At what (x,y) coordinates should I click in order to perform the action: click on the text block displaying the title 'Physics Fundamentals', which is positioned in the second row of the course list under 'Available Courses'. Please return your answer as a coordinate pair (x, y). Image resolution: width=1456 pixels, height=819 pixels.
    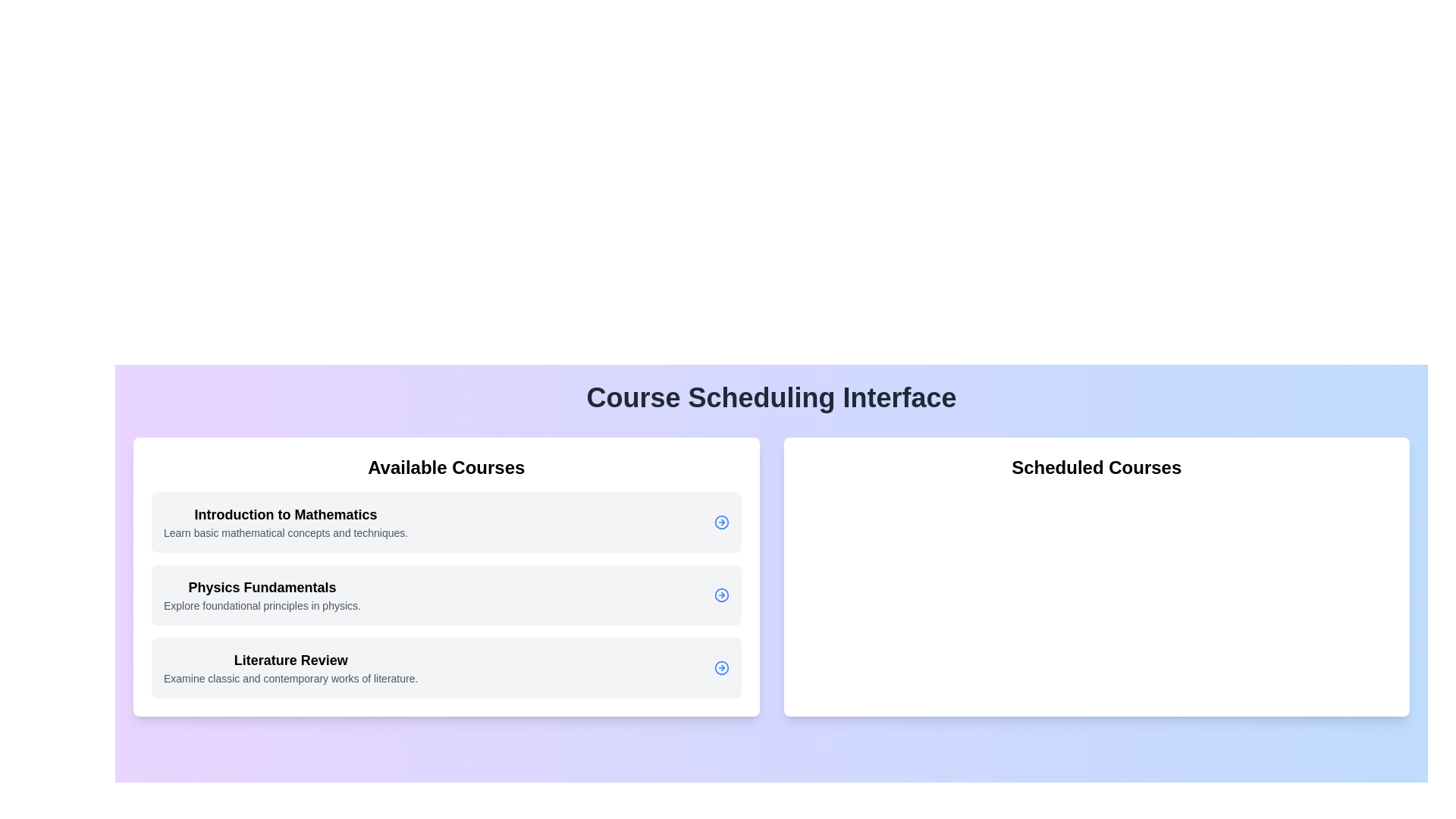
    Looking at the image, I should click on (262, 587).